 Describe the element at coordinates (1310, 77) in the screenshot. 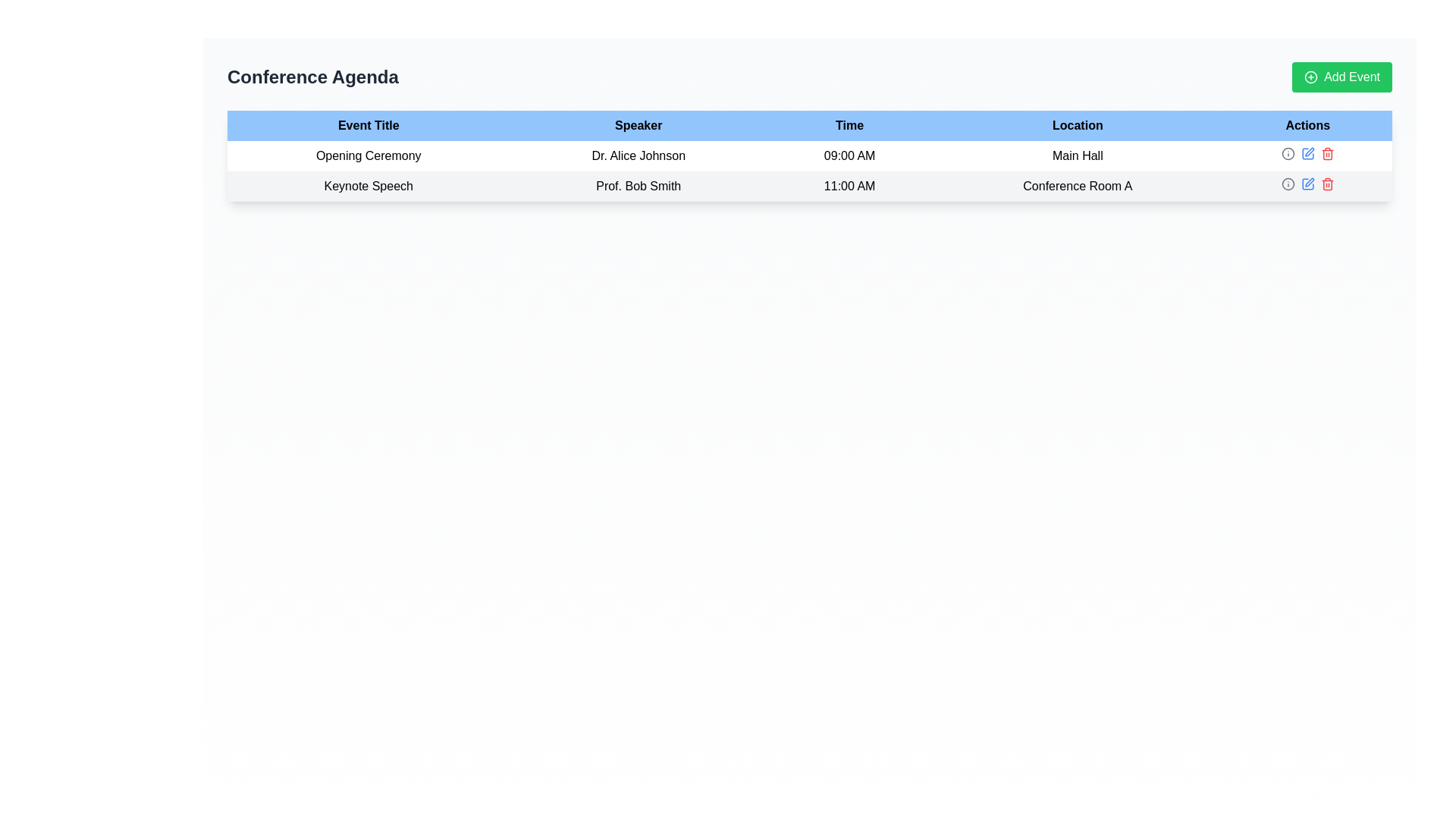

I see `the graphical icon within the 'Add Event' button located at the top-right section of the interface` at that location.